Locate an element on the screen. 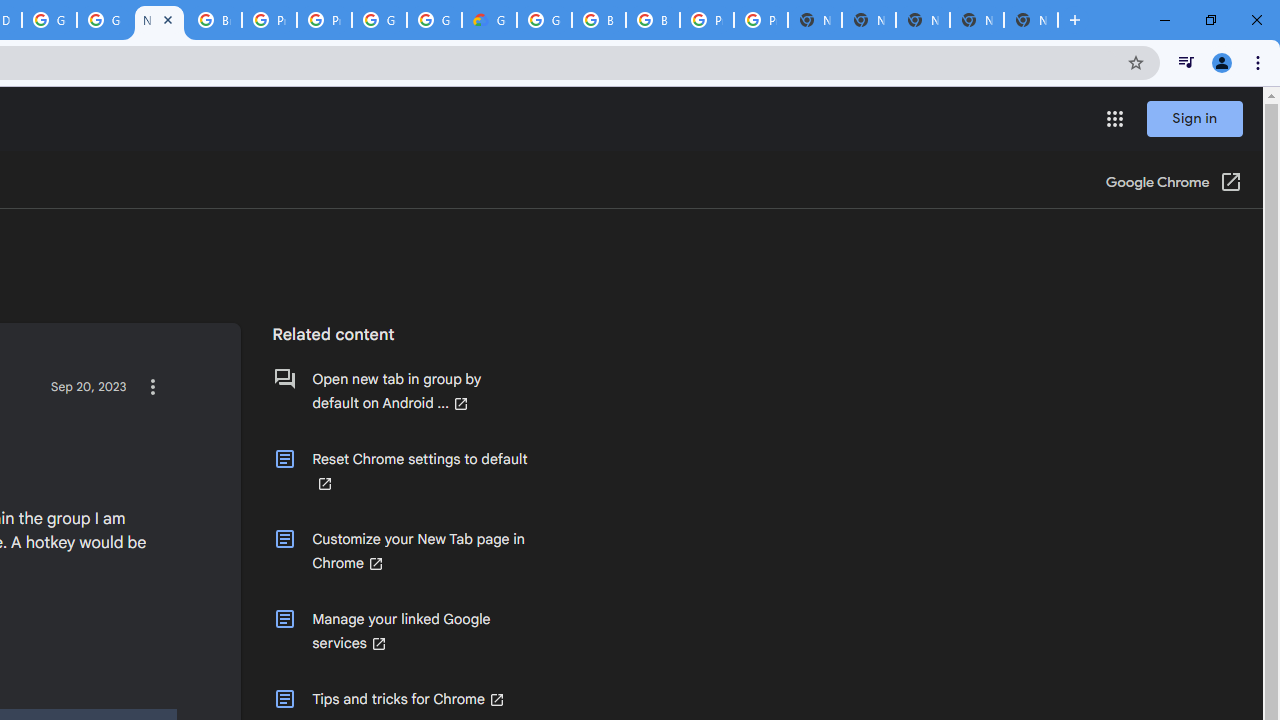 The width and height of the screenshot is (1280, 720). 'New Tab within Group - Google Chrome Community' is located at coordinates (158, 20).